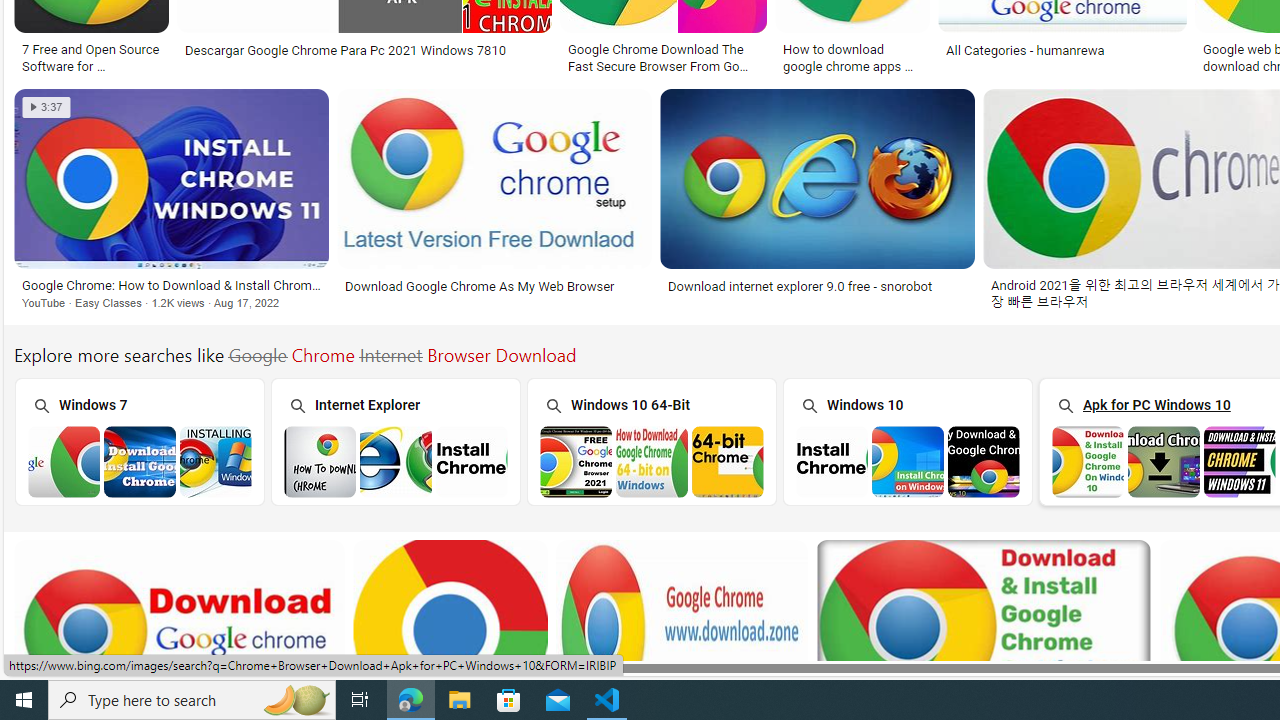 Image resolution: width=1280 pixels, height=720 pixels. I want to click on 'Windows 7', so click(137, 440).